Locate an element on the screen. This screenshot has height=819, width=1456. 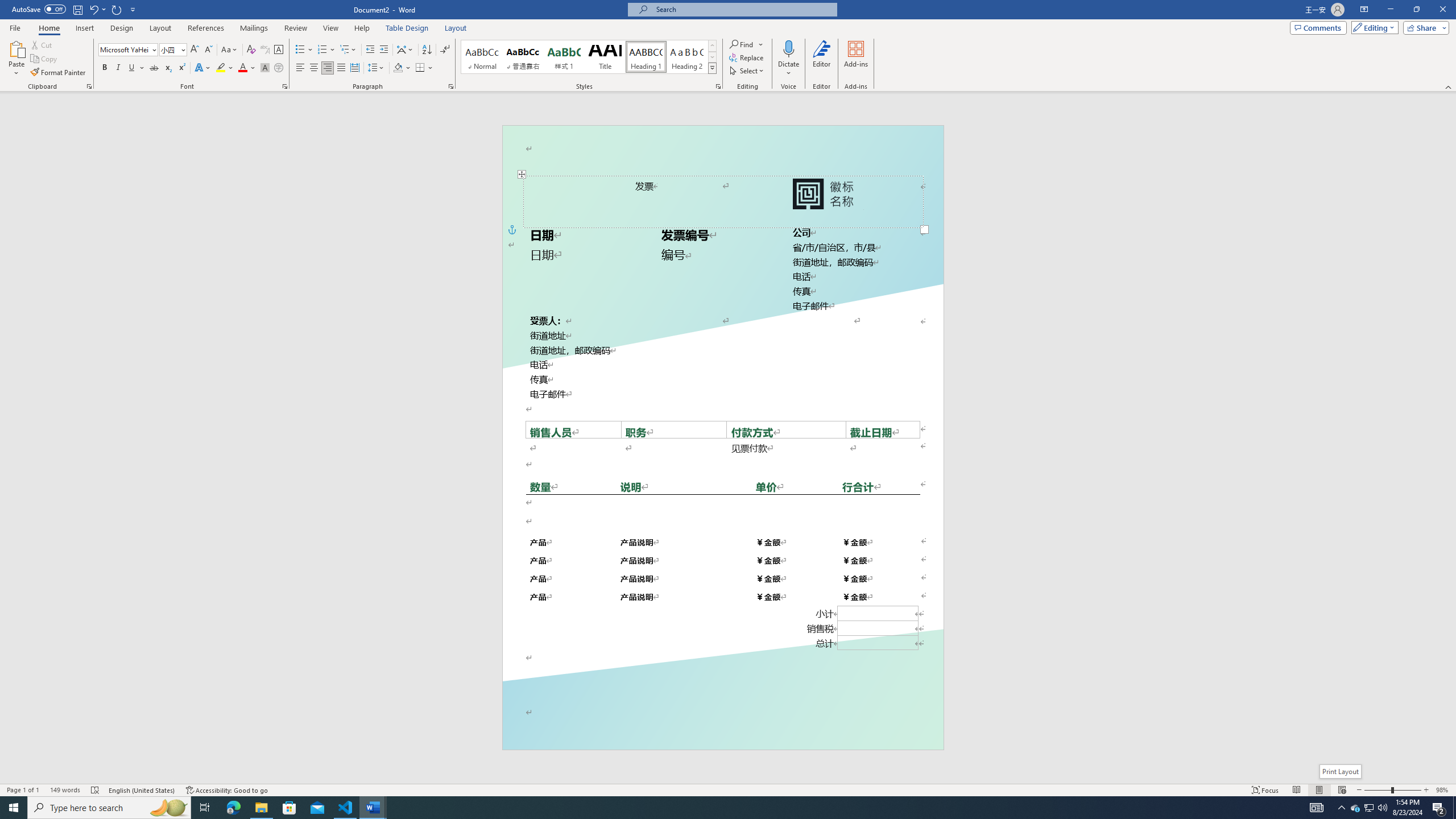
'Row Down' is located at coordinates (712, 56).